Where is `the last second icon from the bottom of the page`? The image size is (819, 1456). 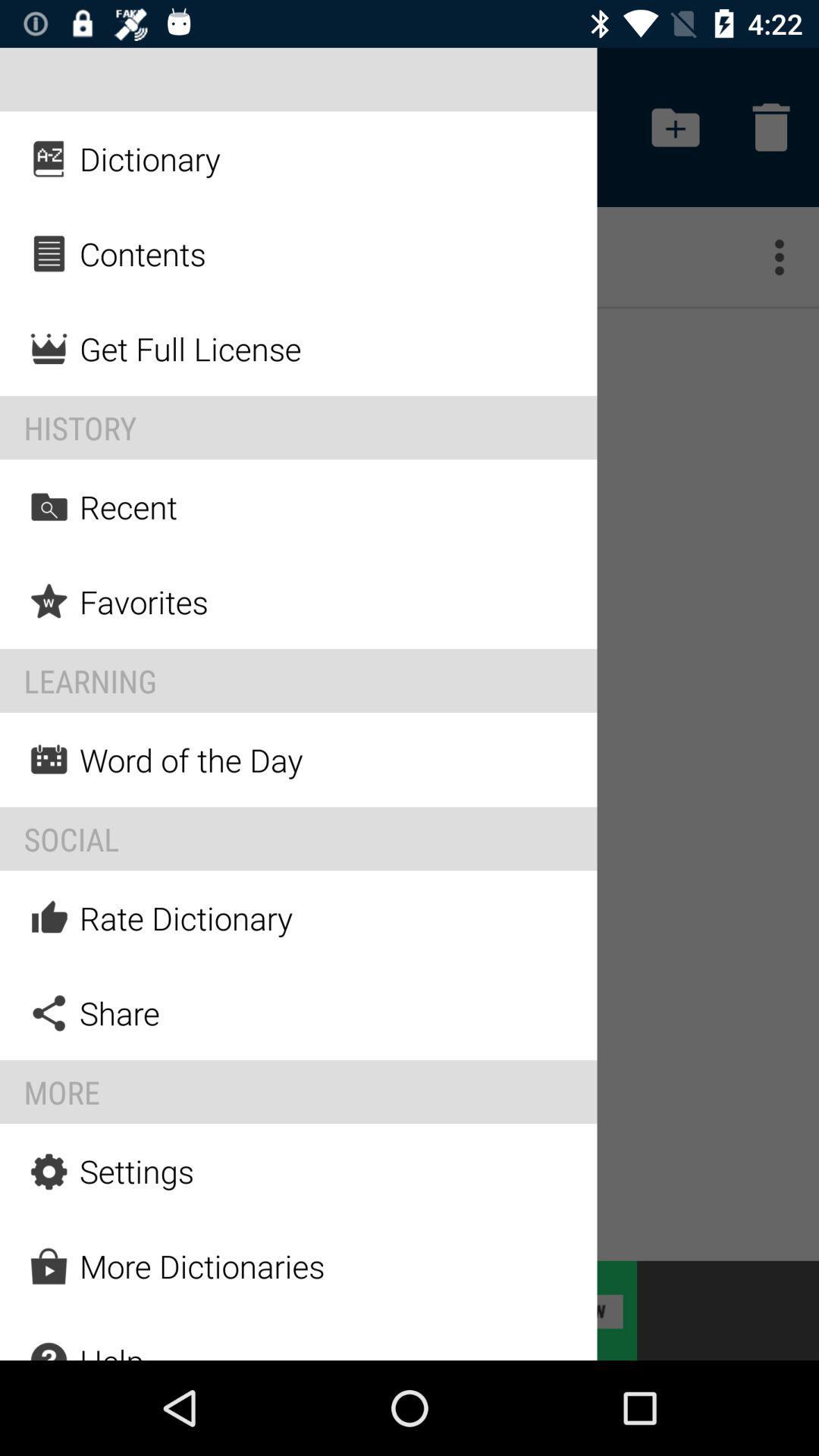 the last second icon from the bottom of the page is located at coordinates (49, 1266).